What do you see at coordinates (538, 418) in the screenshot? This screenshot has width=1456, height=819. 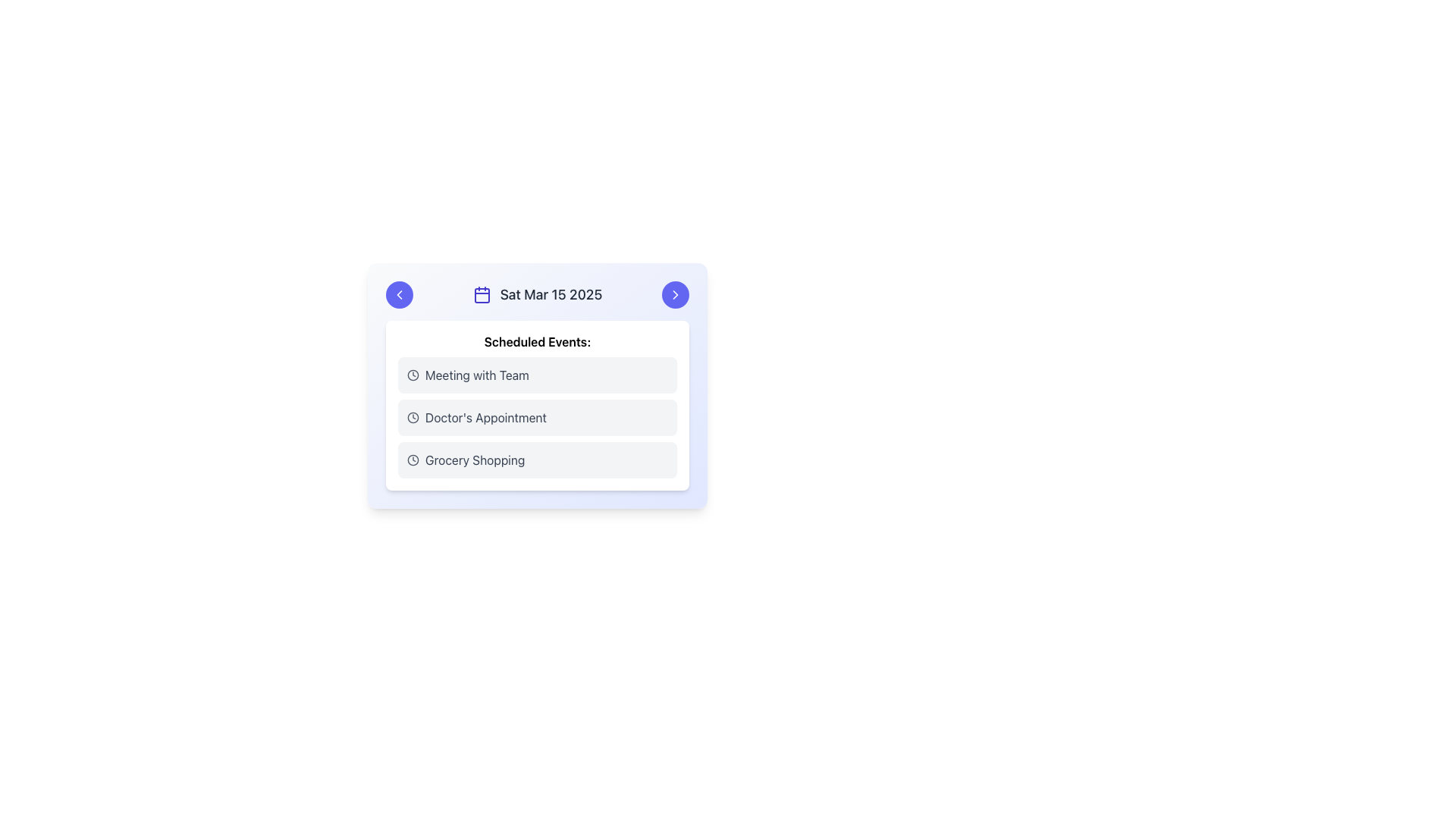 I see `the event entry for 'Doctor's Appointment', which is the second item in the vertically-aligned list of scheduled appointments` at bounding box center [538, 418].